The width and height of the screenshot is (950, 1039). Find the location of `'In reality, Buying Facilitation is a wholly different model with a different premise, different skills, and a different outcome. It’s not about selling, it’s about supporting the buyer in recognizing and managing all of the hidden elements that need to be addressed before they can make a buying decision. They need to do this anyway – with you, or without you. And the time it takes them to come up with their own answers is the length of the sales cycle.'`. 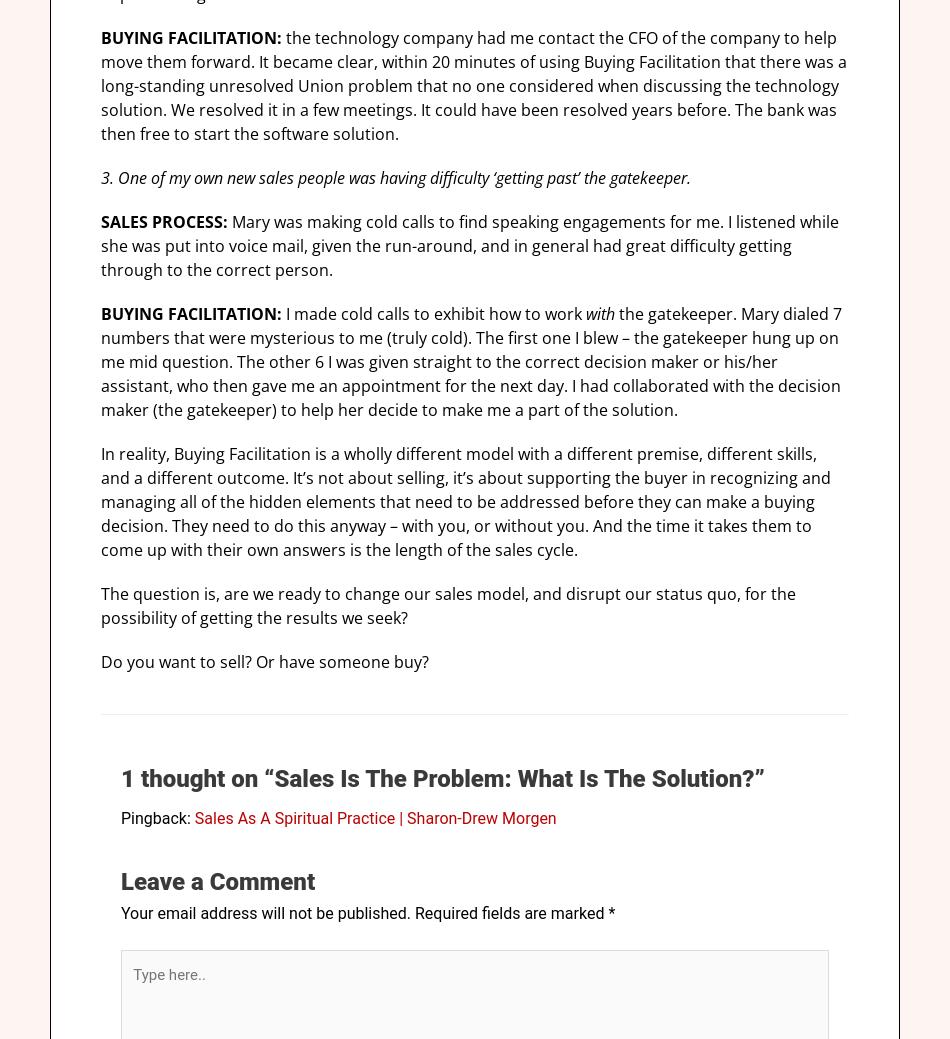

'In reality, Buying Facilitation is a wholly different model with a different premise, different skills, and a different outcome. It’s not about selling, it’s about supporting the buyer in recognizing and managing all of the hidden elements that need to be addressed before they can make a buying decision. They need to do this anyway – with you, or without you. And the time it takes them to come up with their own answers is the length of the sales cycle.' is located at coordinates (464, 501).